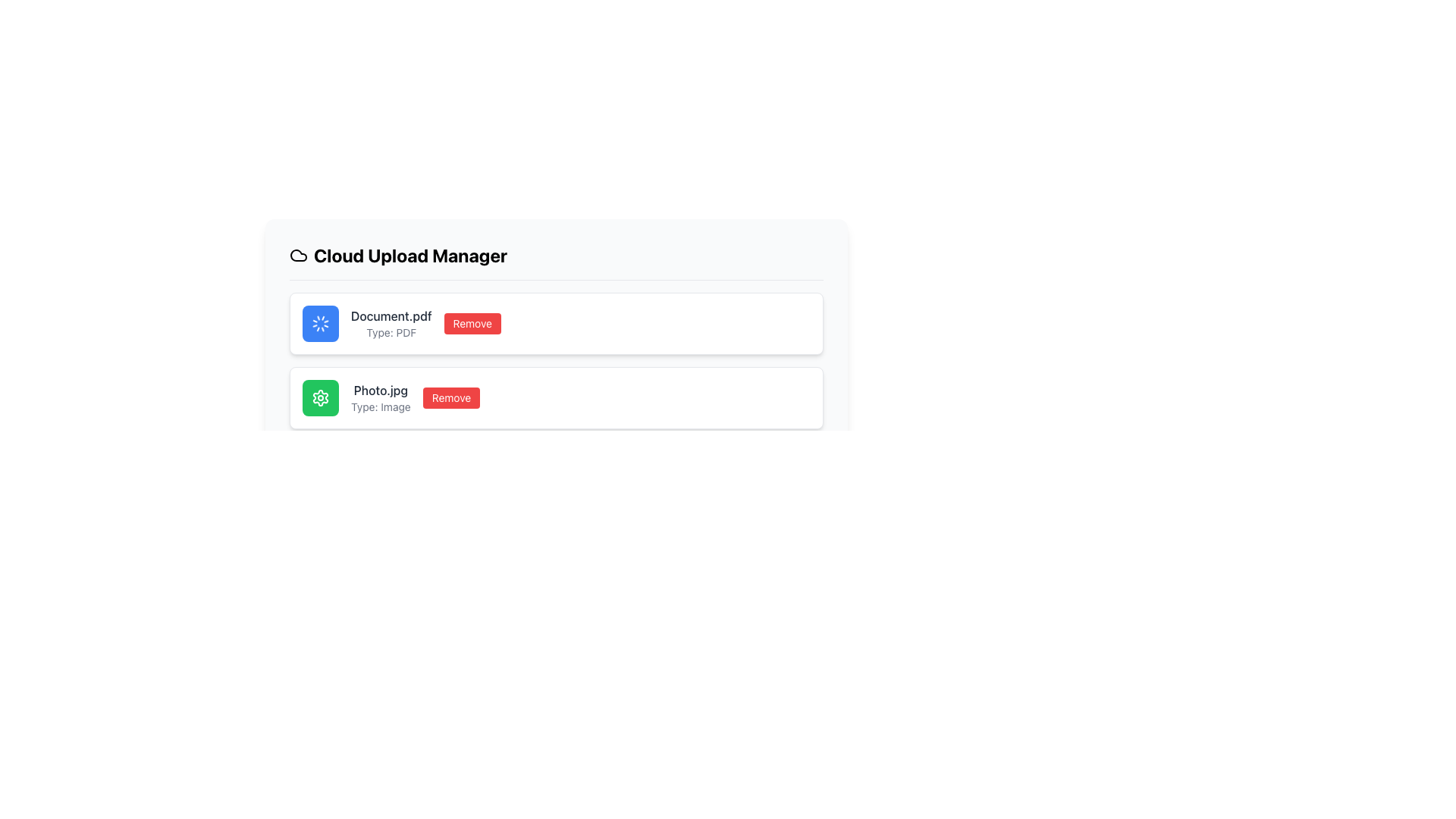 This screenshot has width=1456, height=819. I want to click on the text label that reads 'Type: PDF,' which is styled in light gray and located directly beneath the text 'Document.pdf.', so click(391, 332).